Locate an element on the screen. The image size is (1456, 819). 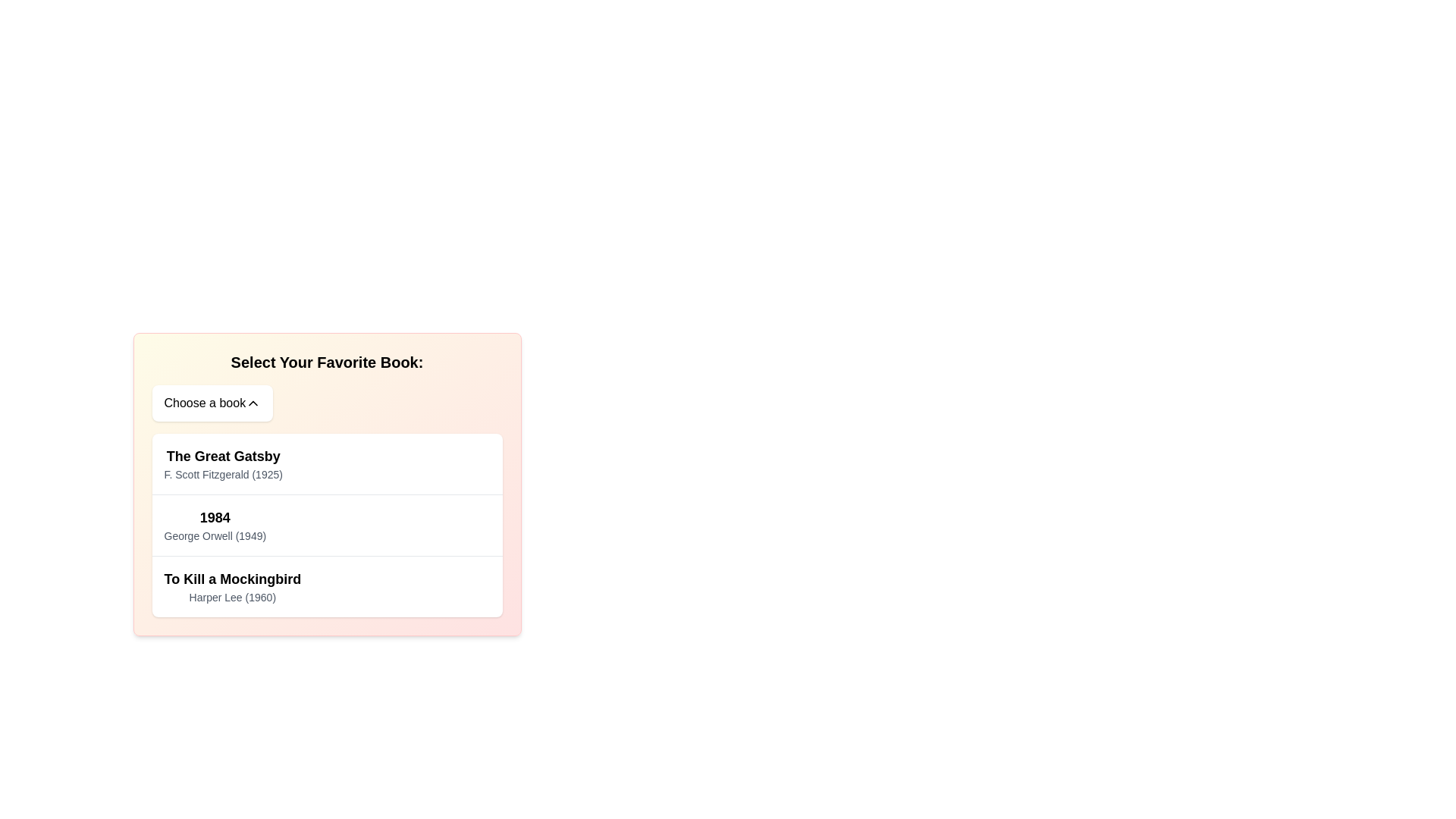
the text label reading 'Choose a book' which is styled in black font and located inside a rectangular button area with a white background in the top portion of a dropdown structure is located at coordinates (204, 403).